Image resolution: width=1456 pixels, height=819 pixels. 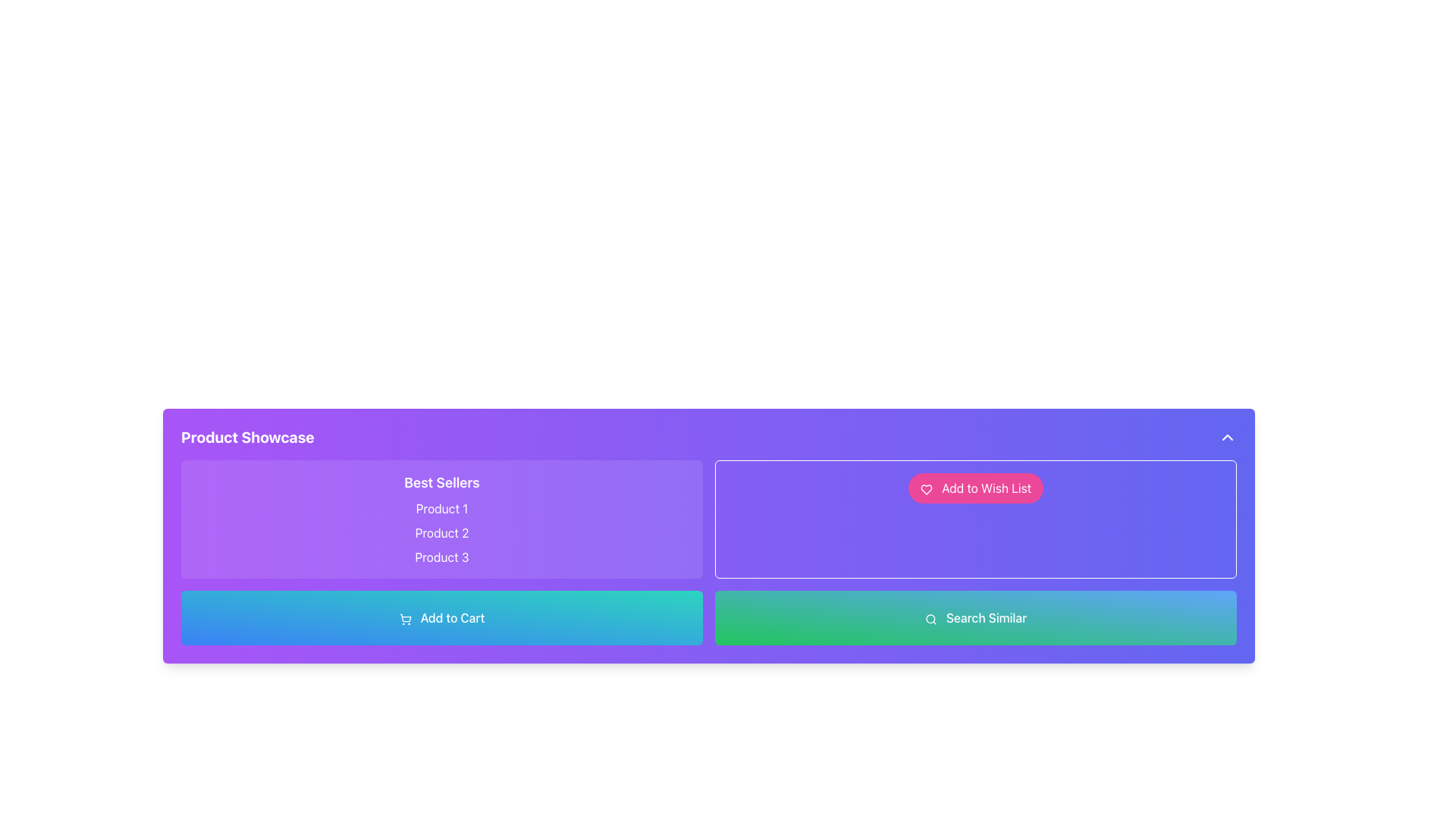 What do you see at coordinates (441, 557) in the screenshot?
I see `the 'Product 3' text label in the 'Best Sellers' list` at bounding box center [441, 557].